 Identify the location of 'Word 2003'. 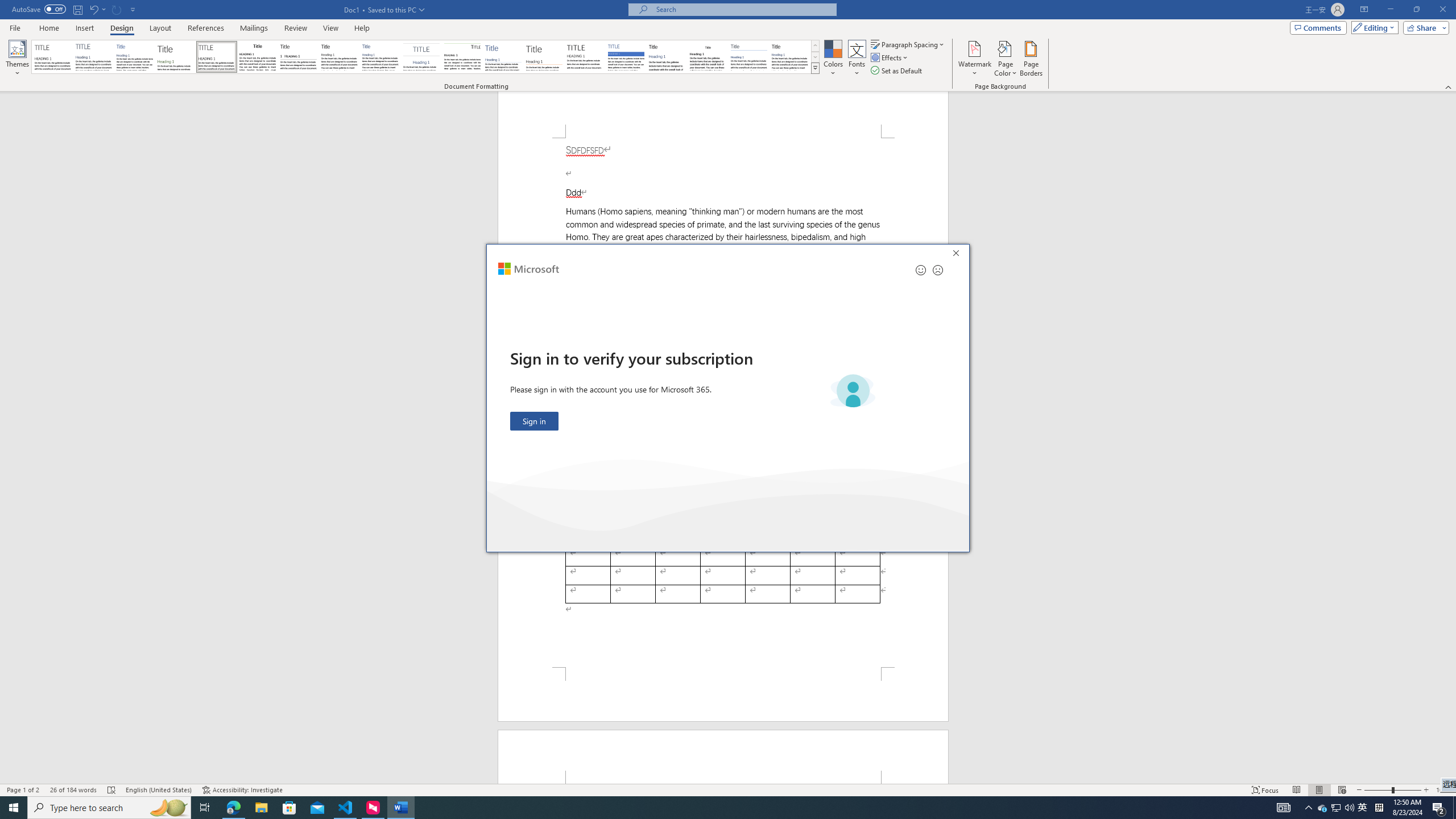
(707, 56).